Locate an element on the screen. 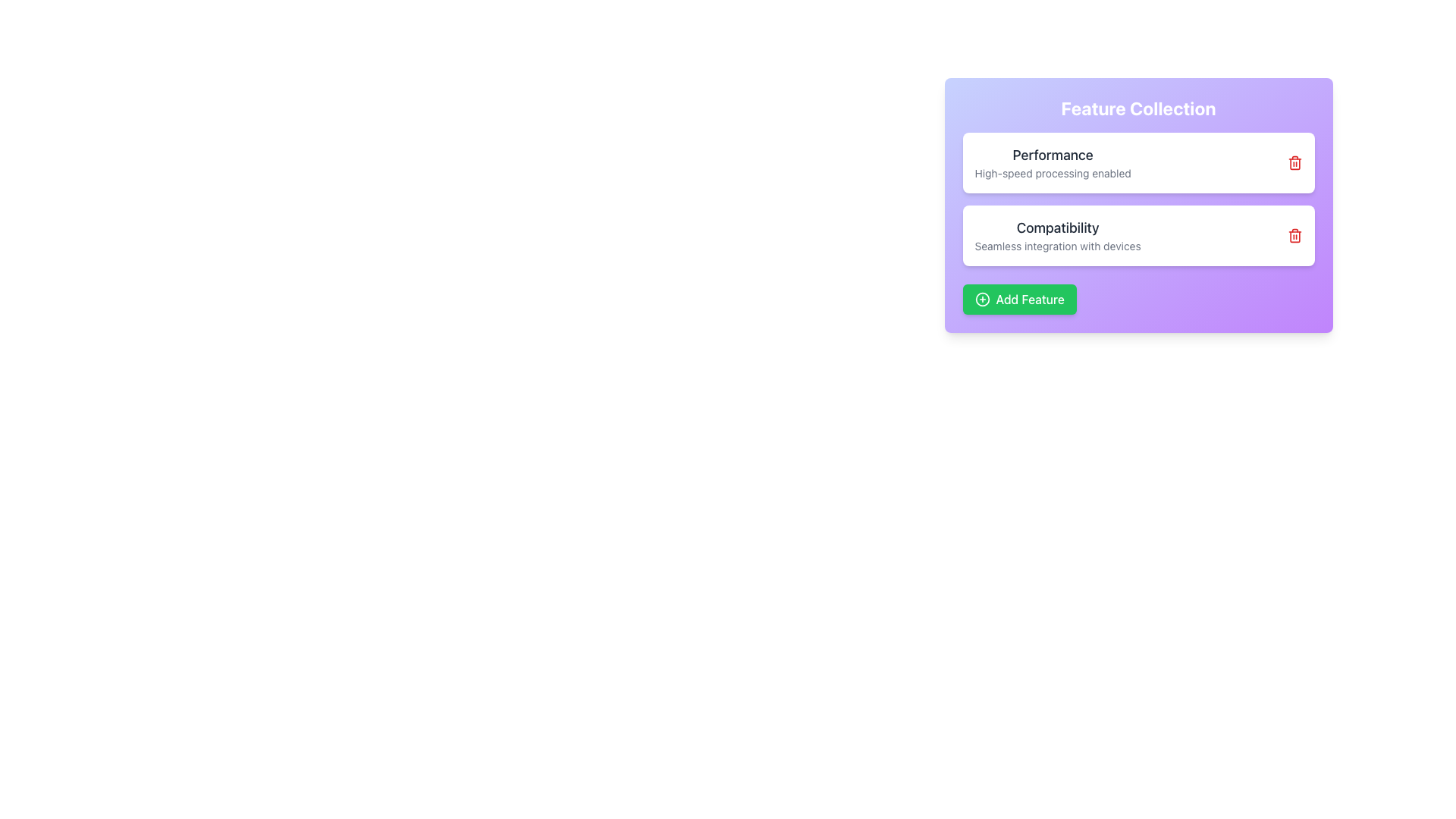 The image size is (1456, 819). the SVG Circle that represents the 'Add Feature' button, located in the lower-right corner of the feature collection card is located at coordinates (982, 299).